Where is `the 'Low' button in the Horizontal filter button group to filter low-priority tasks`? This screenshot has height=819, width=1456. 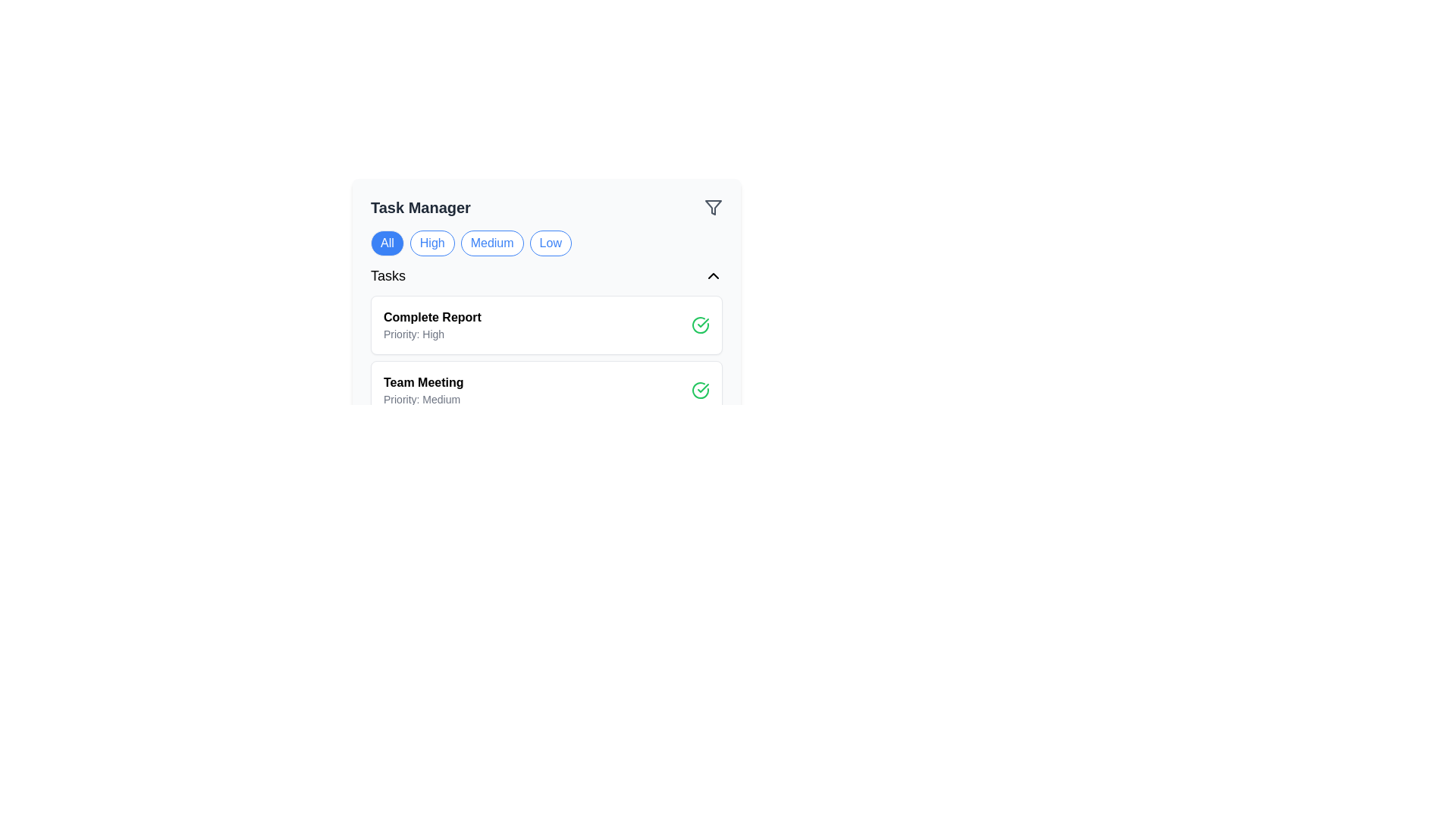
the 'Low' button in the Horizontal filter button group to filter low-priority tasks is located at coordinates (546, 242).